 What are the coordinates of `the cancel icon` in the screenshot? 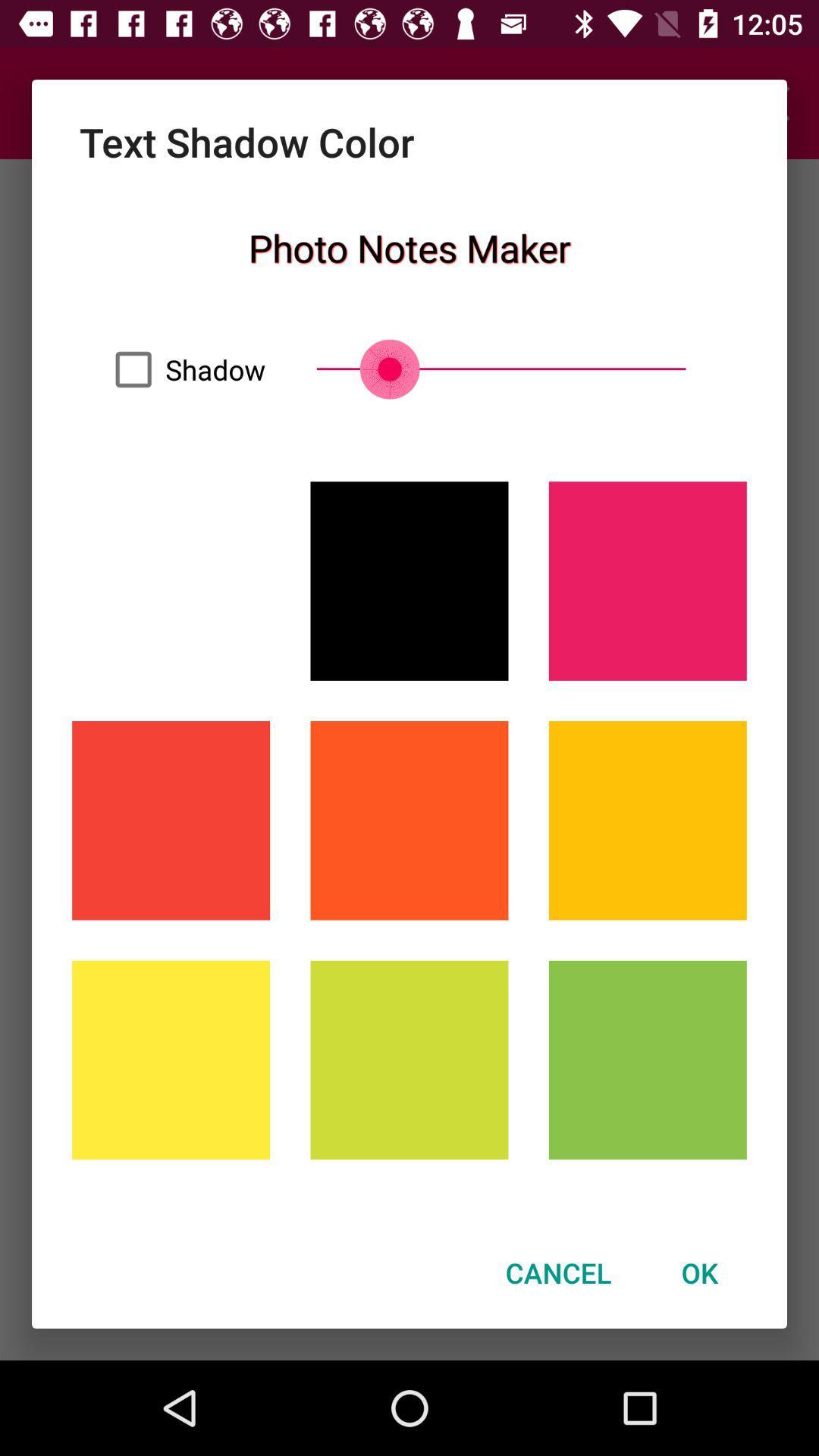 It's located at (558, 1272).